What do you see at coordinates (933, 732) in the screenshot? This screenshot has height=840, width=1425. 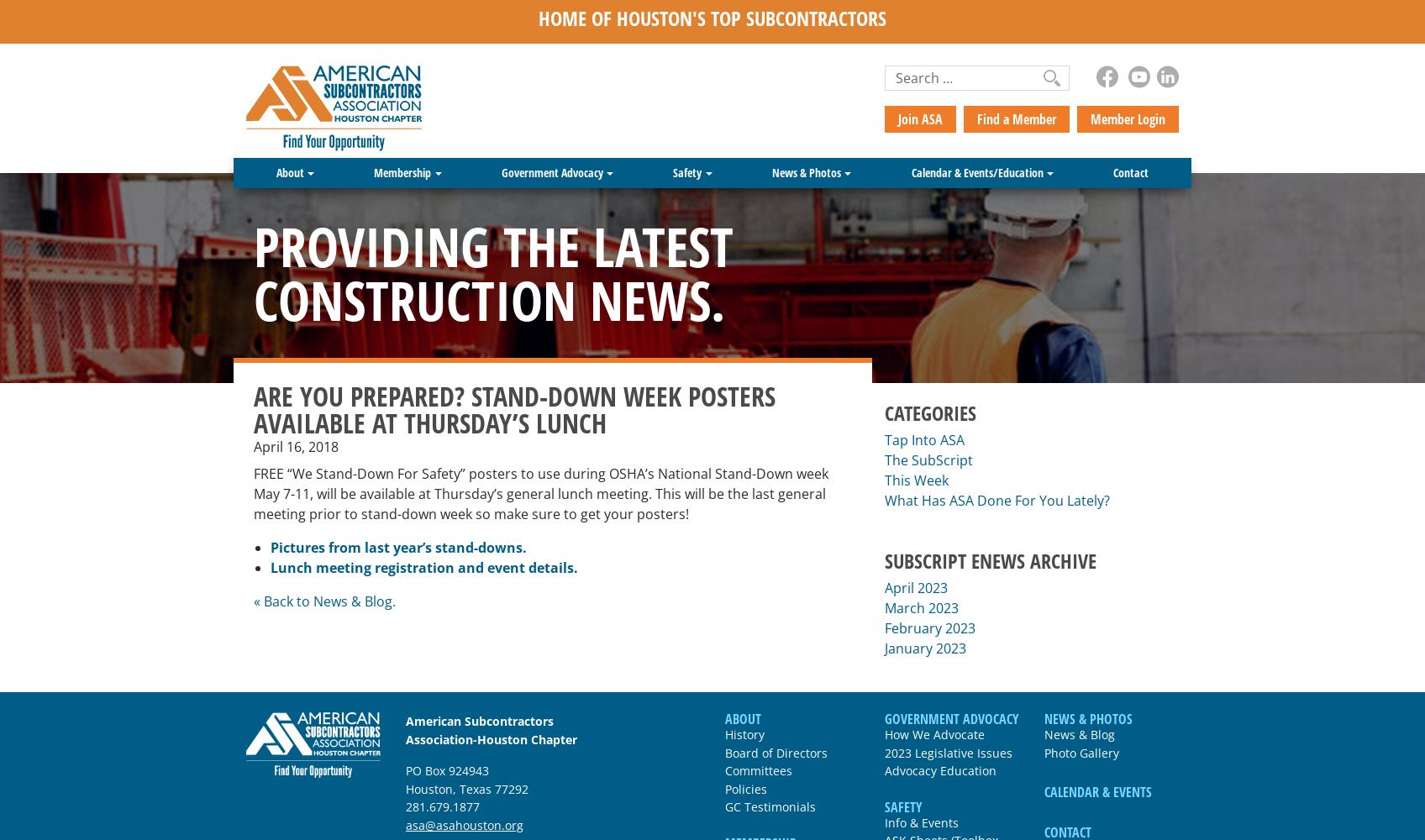 I see `'How We Advocate'` at bounding box center [933, 732].